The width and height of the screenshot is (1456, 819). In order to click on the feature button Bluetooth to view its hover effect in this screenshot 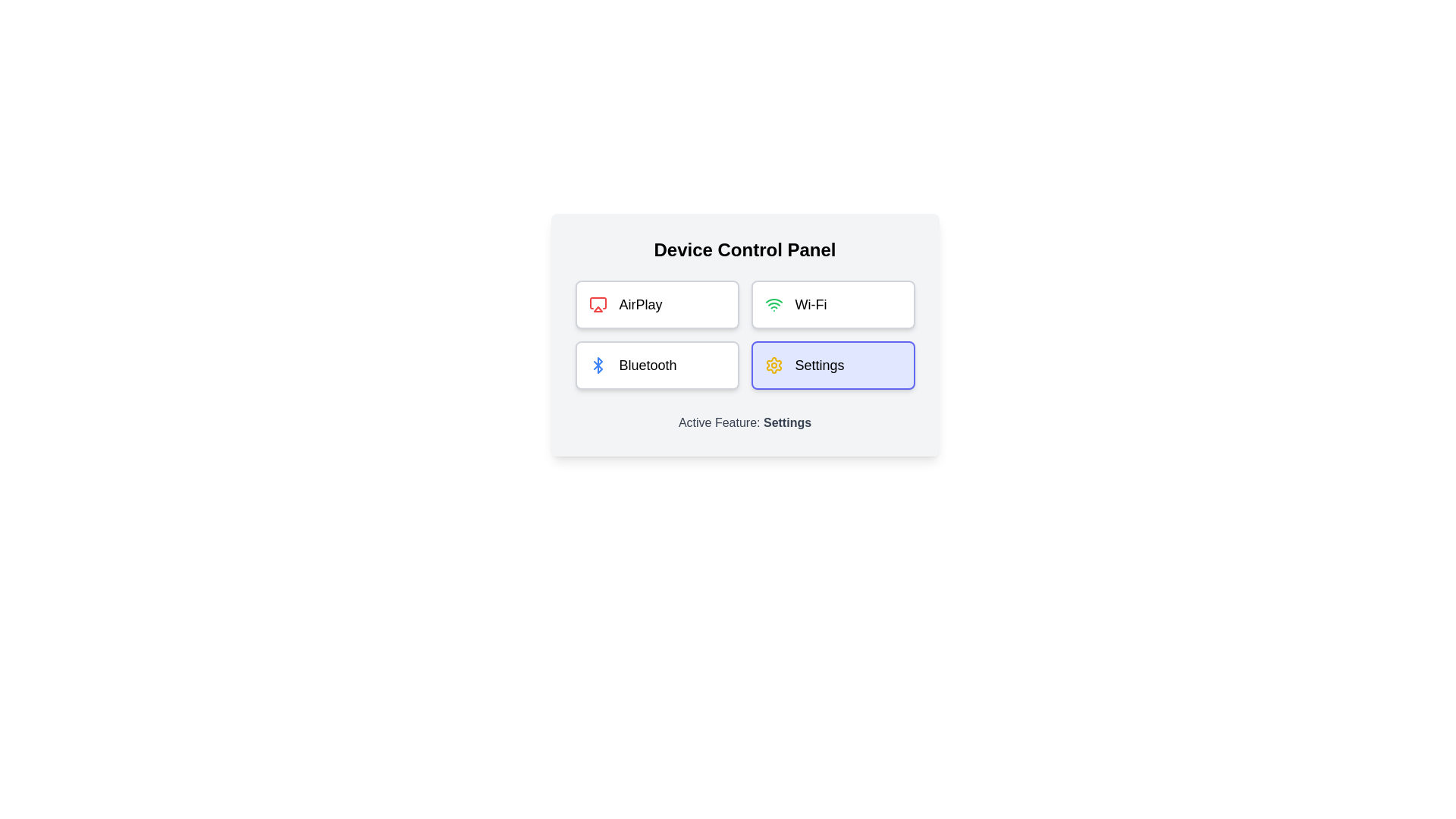, I will do `click(657, 366)`.